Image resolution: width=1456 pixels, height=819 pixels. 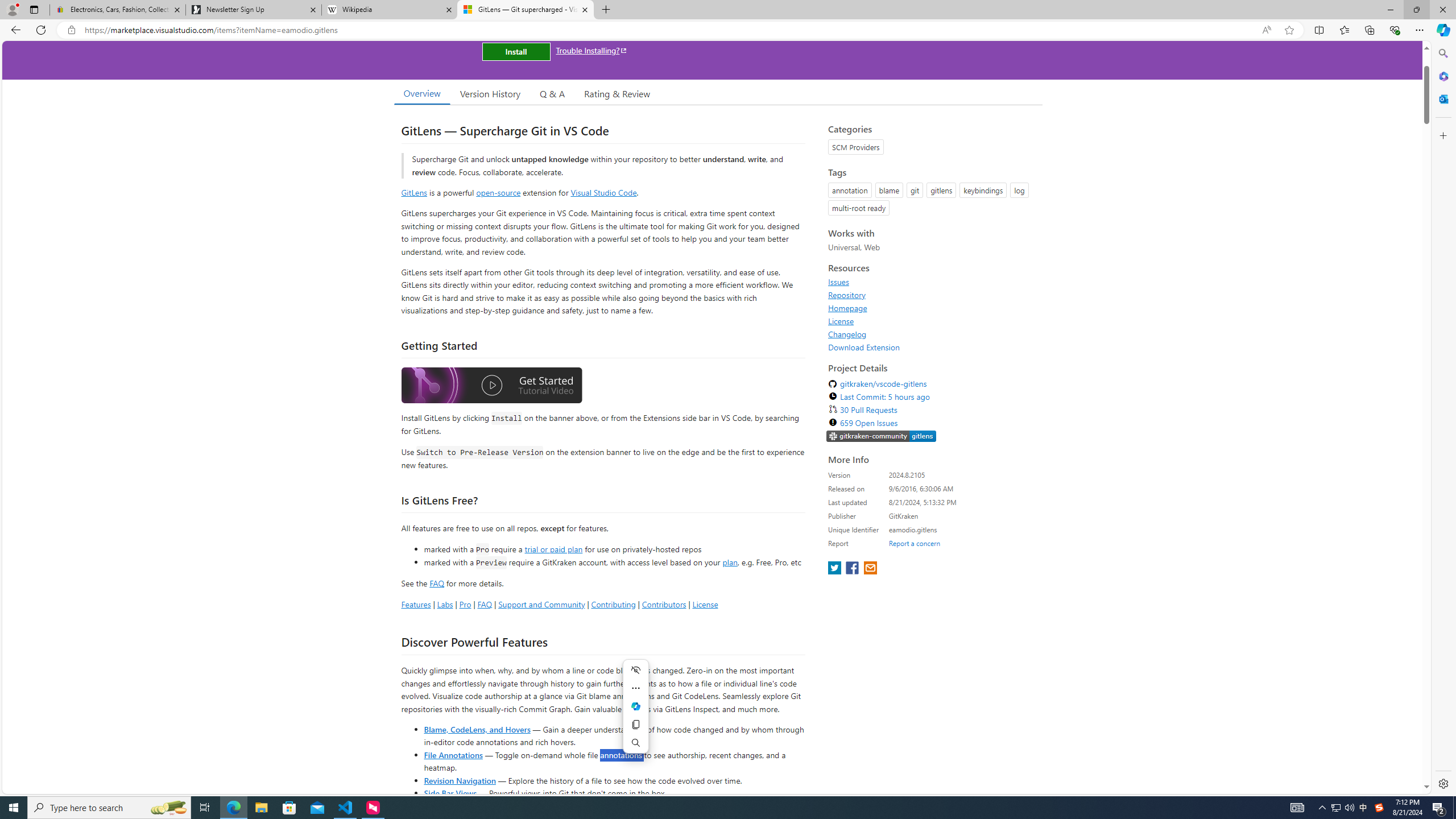 What do you see at coordinates (617, 93) in the screenshot?
I see `'Rating & Review'` at bounding box center [617, 93].